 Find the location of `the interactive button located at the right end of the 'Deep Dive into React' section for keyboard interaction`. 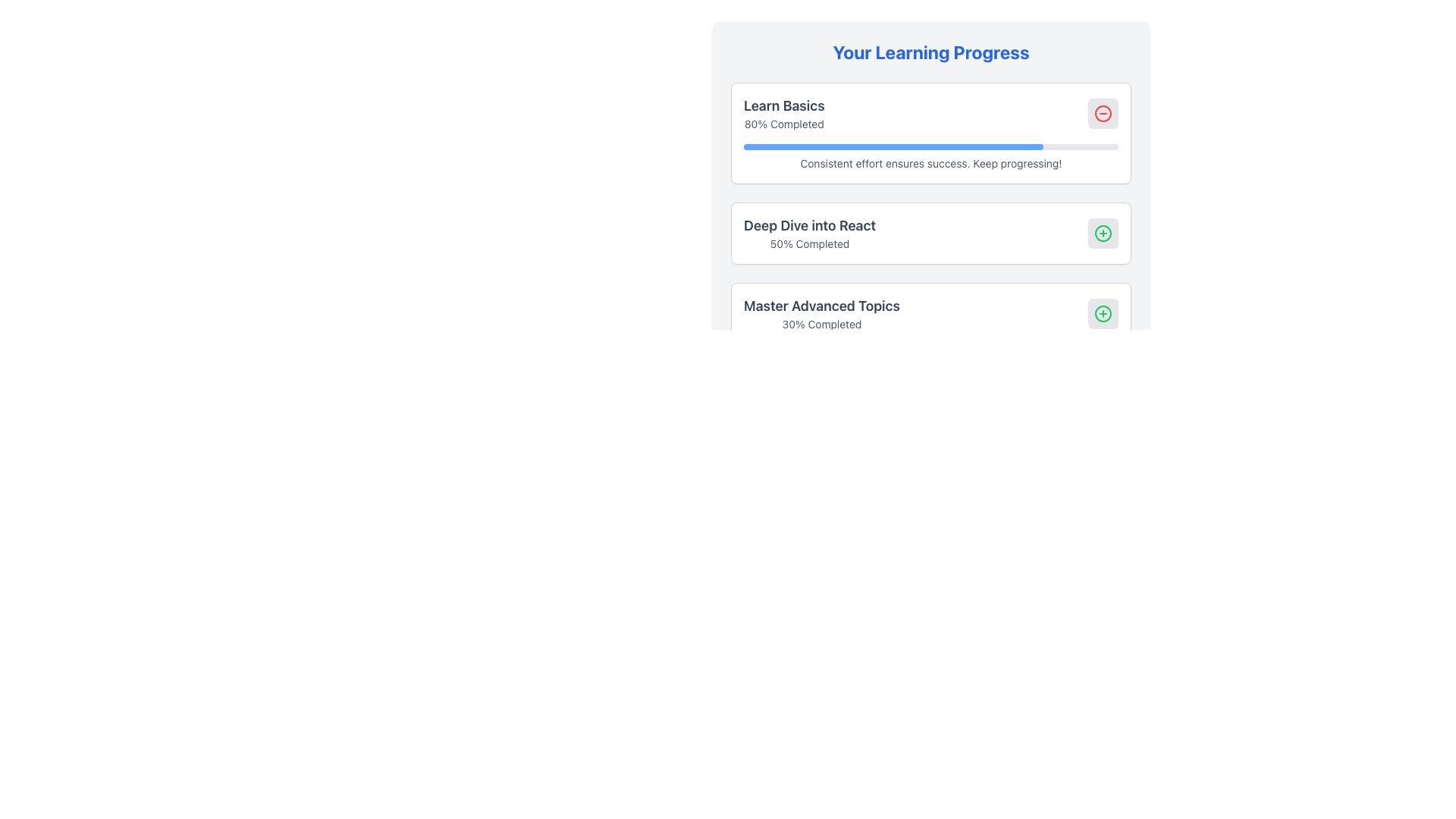

the interactive button located at the right end of the 'Deep Dive into React' section for keyboard interaction is located at coordinates (1103, 234).